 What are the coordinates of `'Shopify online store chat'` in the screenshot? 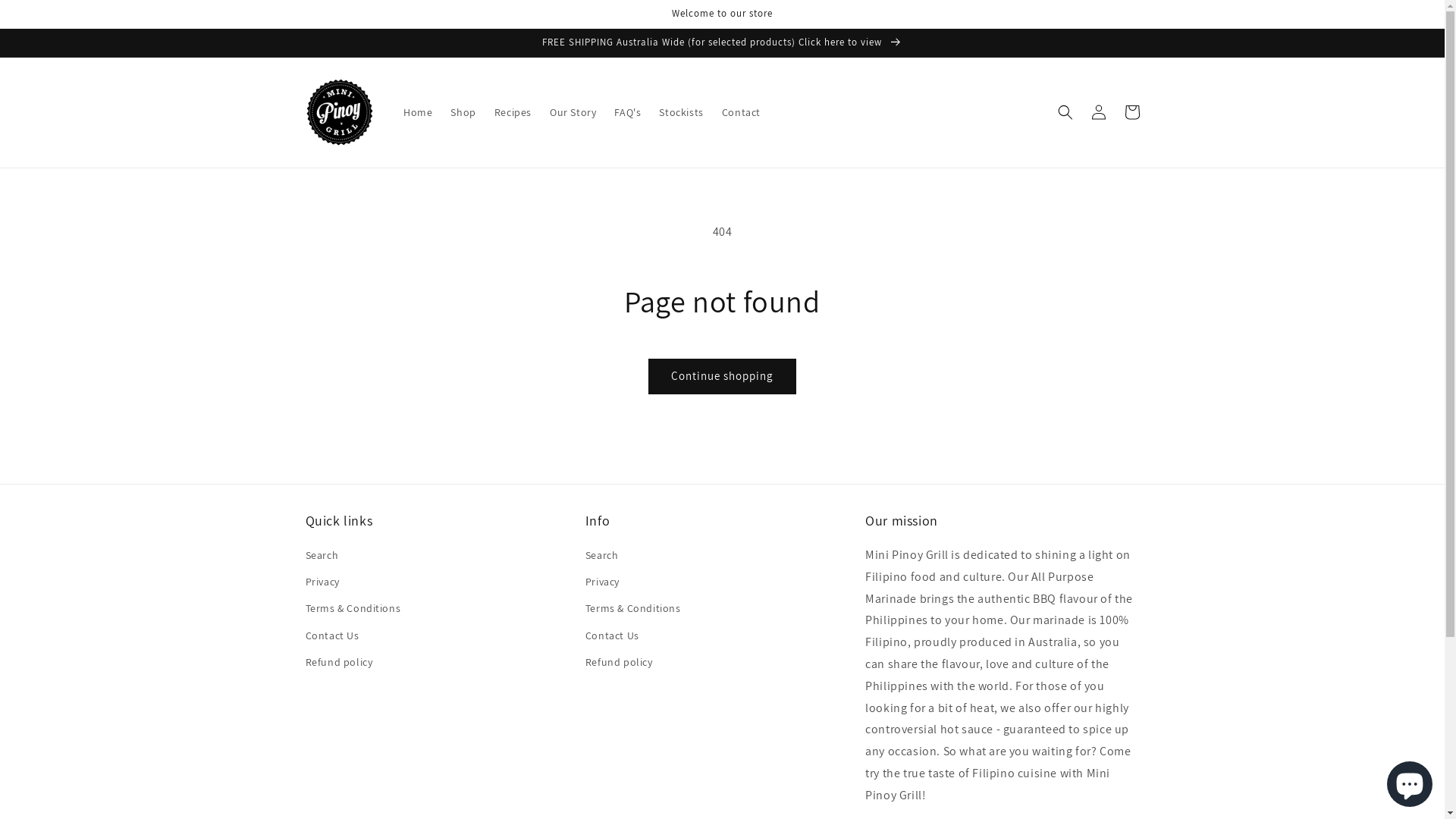 It's located at (1382, 780).